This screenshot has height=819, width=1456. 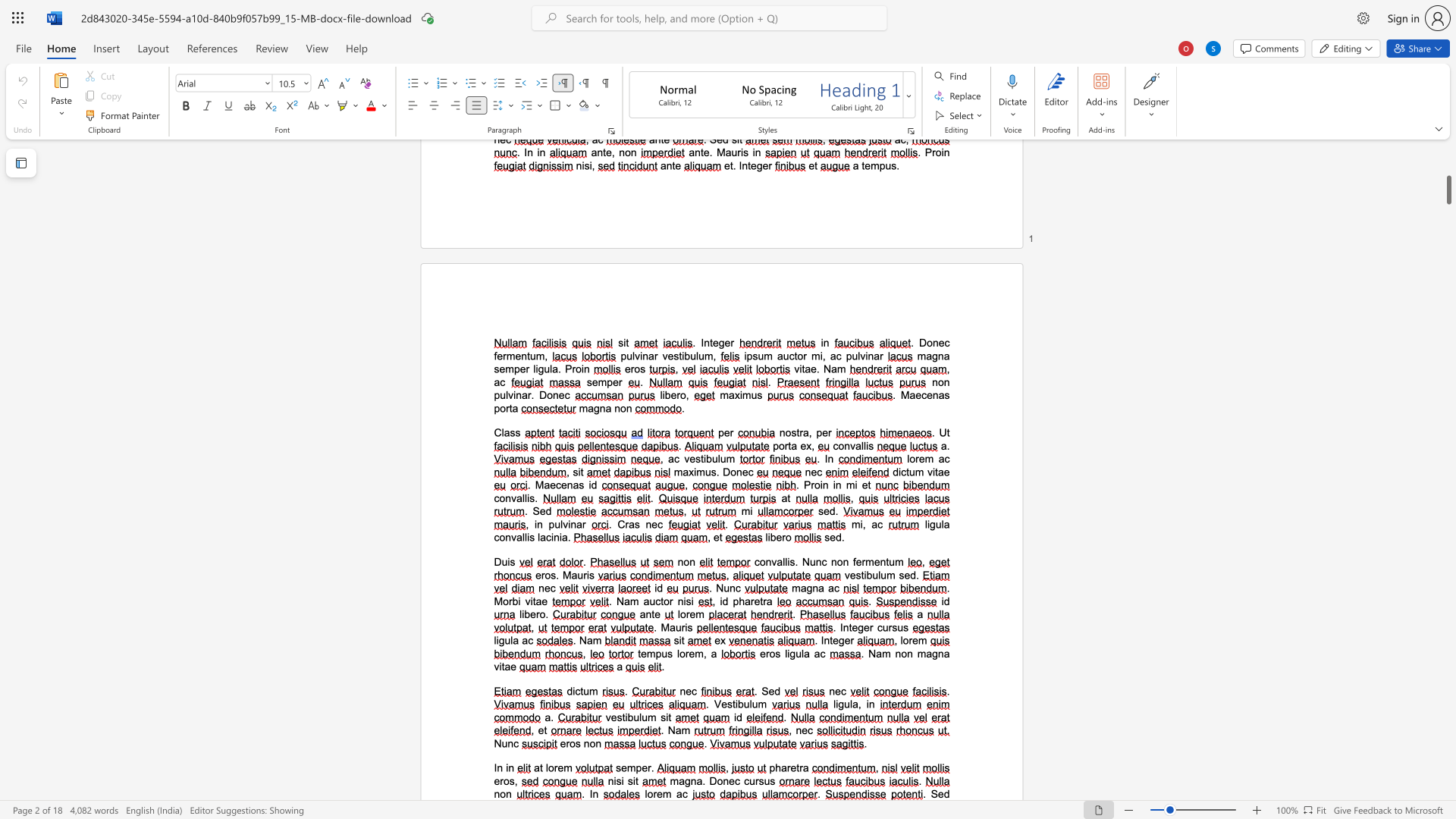 What do you see at coordinates (681, 793) in the screenshot?
I see `the space between the continuous character "a" and "c" in the text` at bounding box center [681, 793].